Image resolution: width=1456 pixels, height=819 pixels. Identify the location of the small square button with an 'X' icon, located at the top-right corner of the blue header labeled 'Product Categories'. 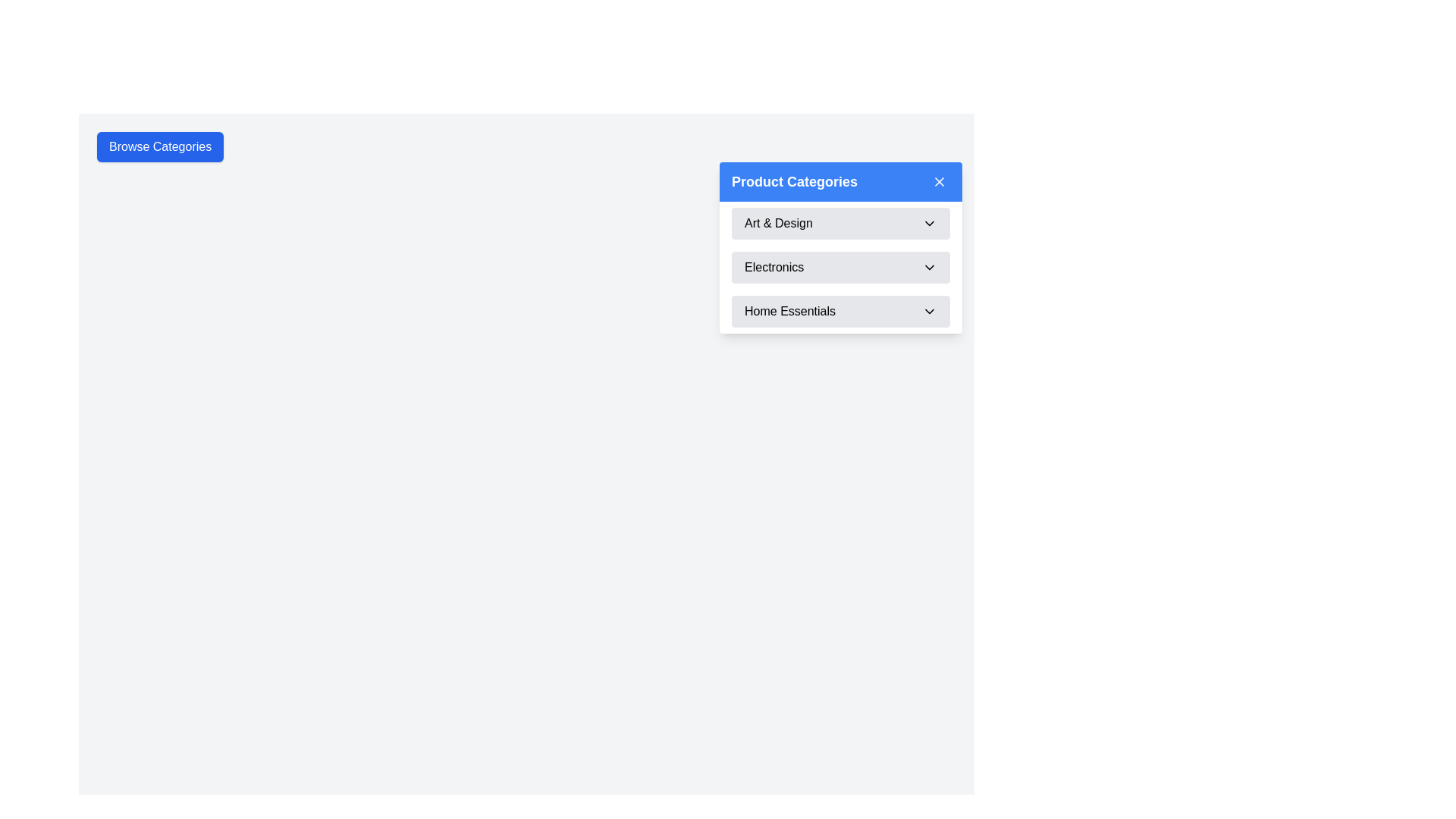
(938, 180).